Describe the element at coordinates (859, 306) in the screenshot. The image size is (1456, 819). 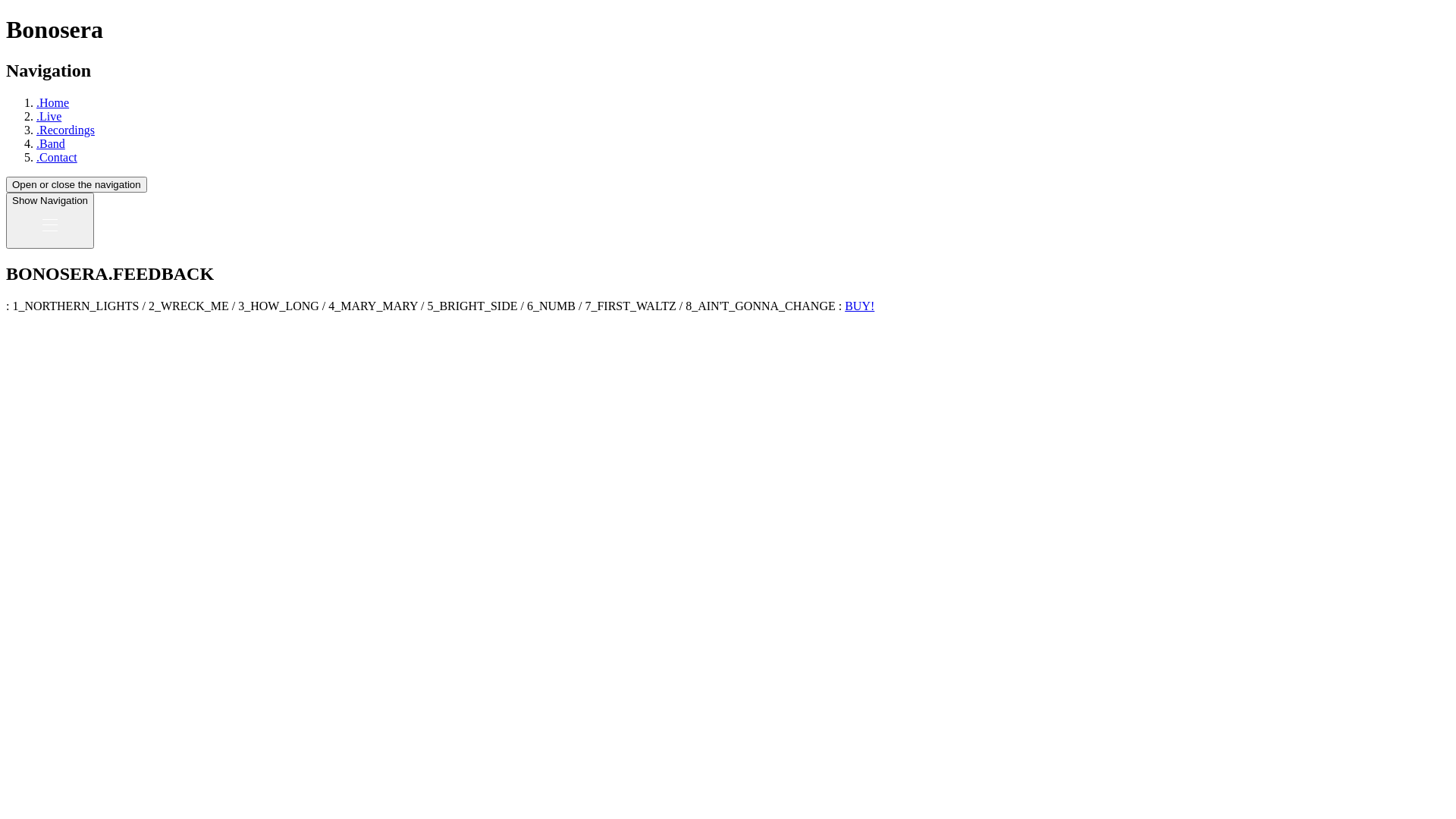
I see `'BUY!'` at that location.